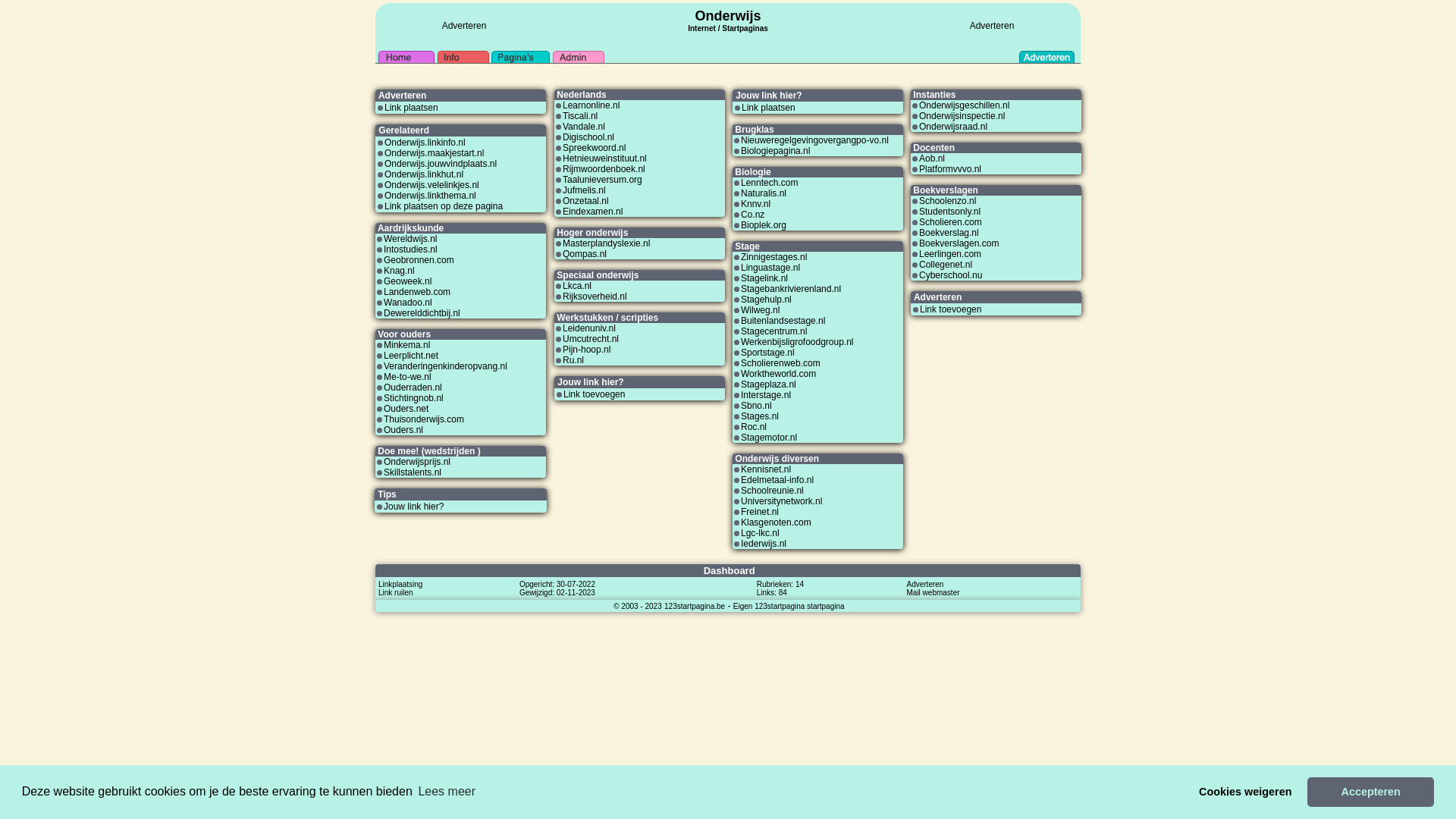 The width and height of the screenshot is (1456, 819). Describe the element at coordinates (412, 472) in the screenshot. I see `'Skillstalents.nl'` at that location.